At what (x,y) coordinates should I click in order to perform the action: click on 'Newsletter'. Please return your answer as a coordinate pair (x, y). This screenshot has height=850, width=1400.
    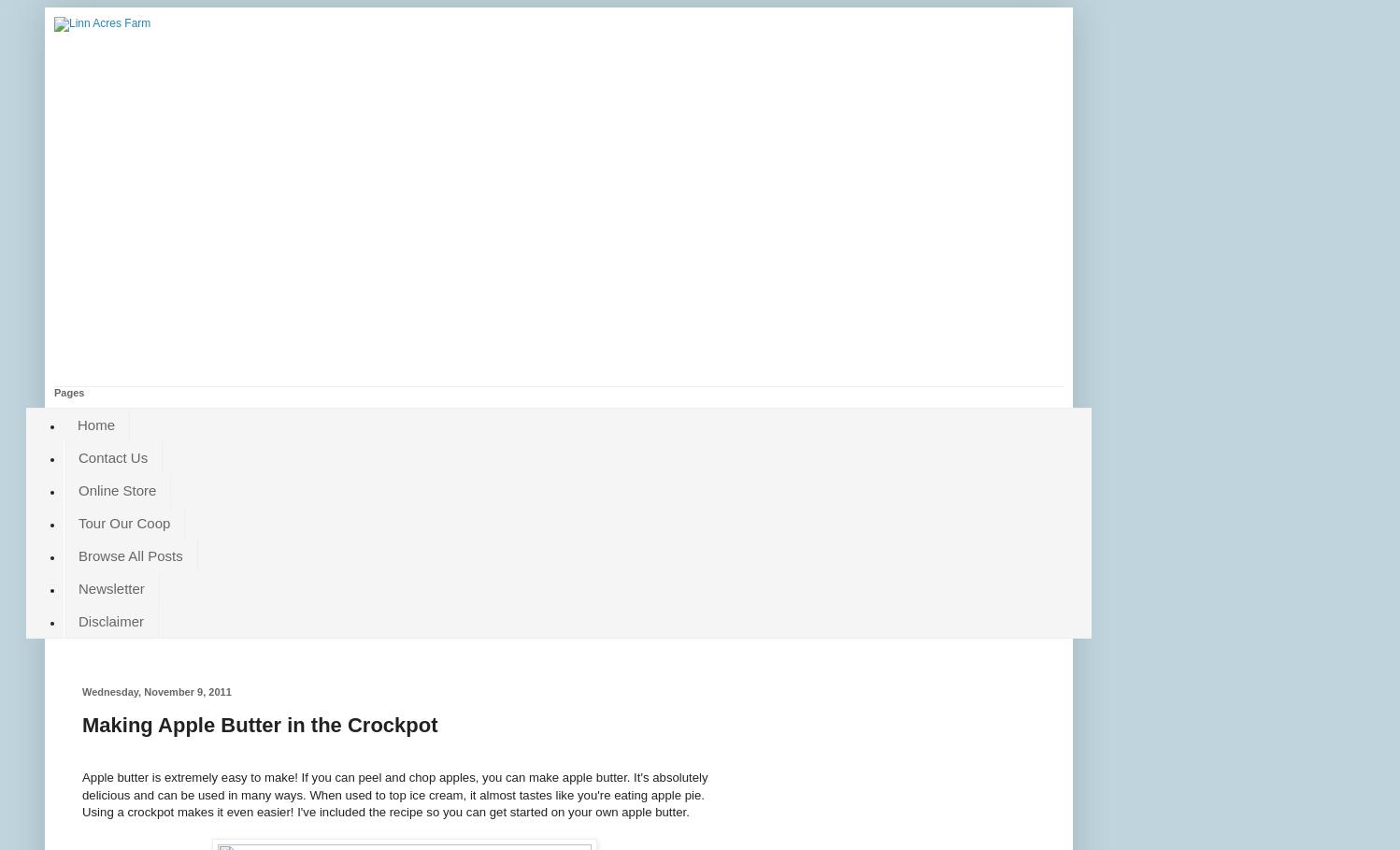
    Looking at the image, I should click on (78, 588).